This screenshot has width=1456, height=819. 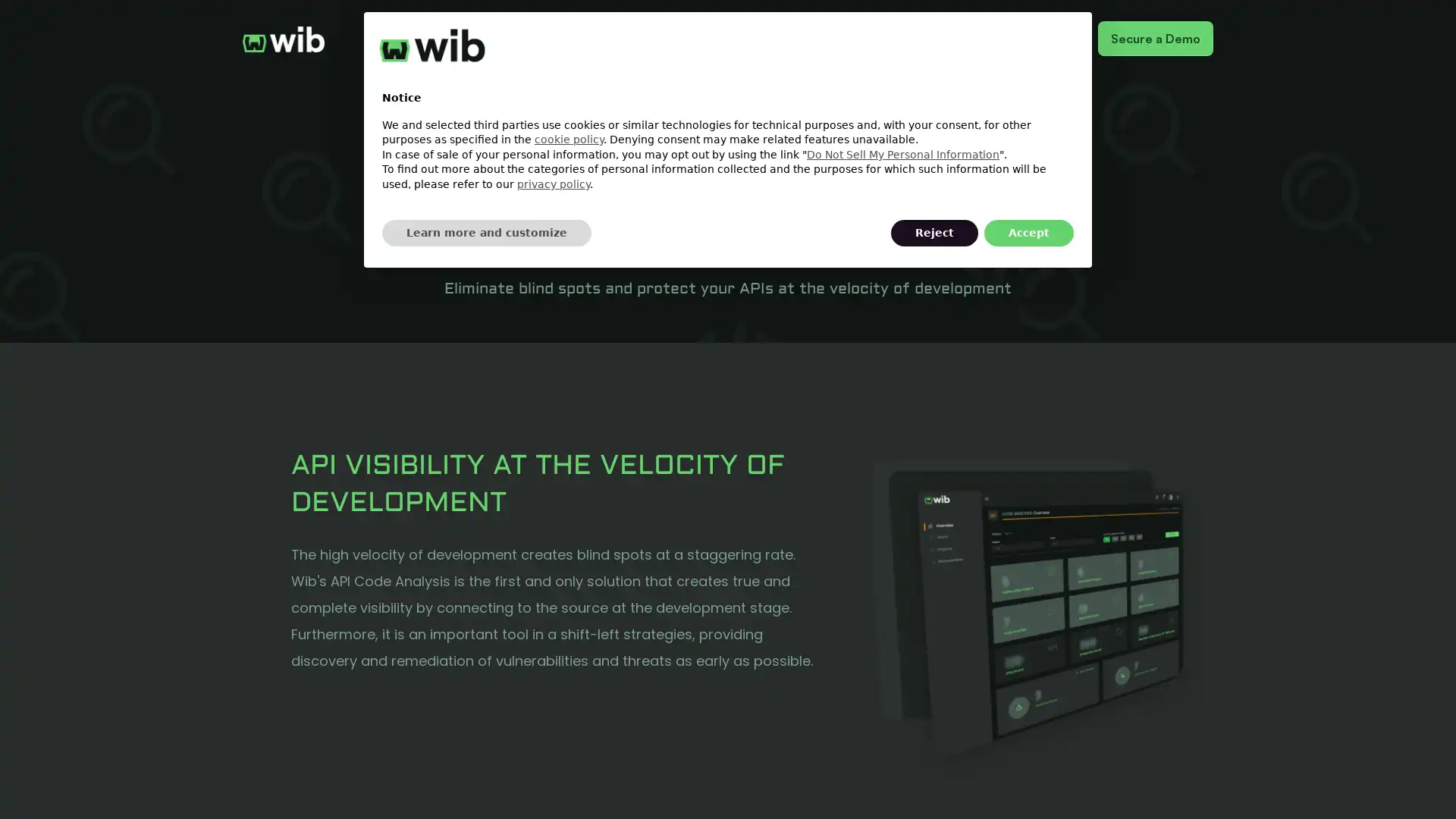 I want to click on Learn more and customize, so click(x=487, y=233).